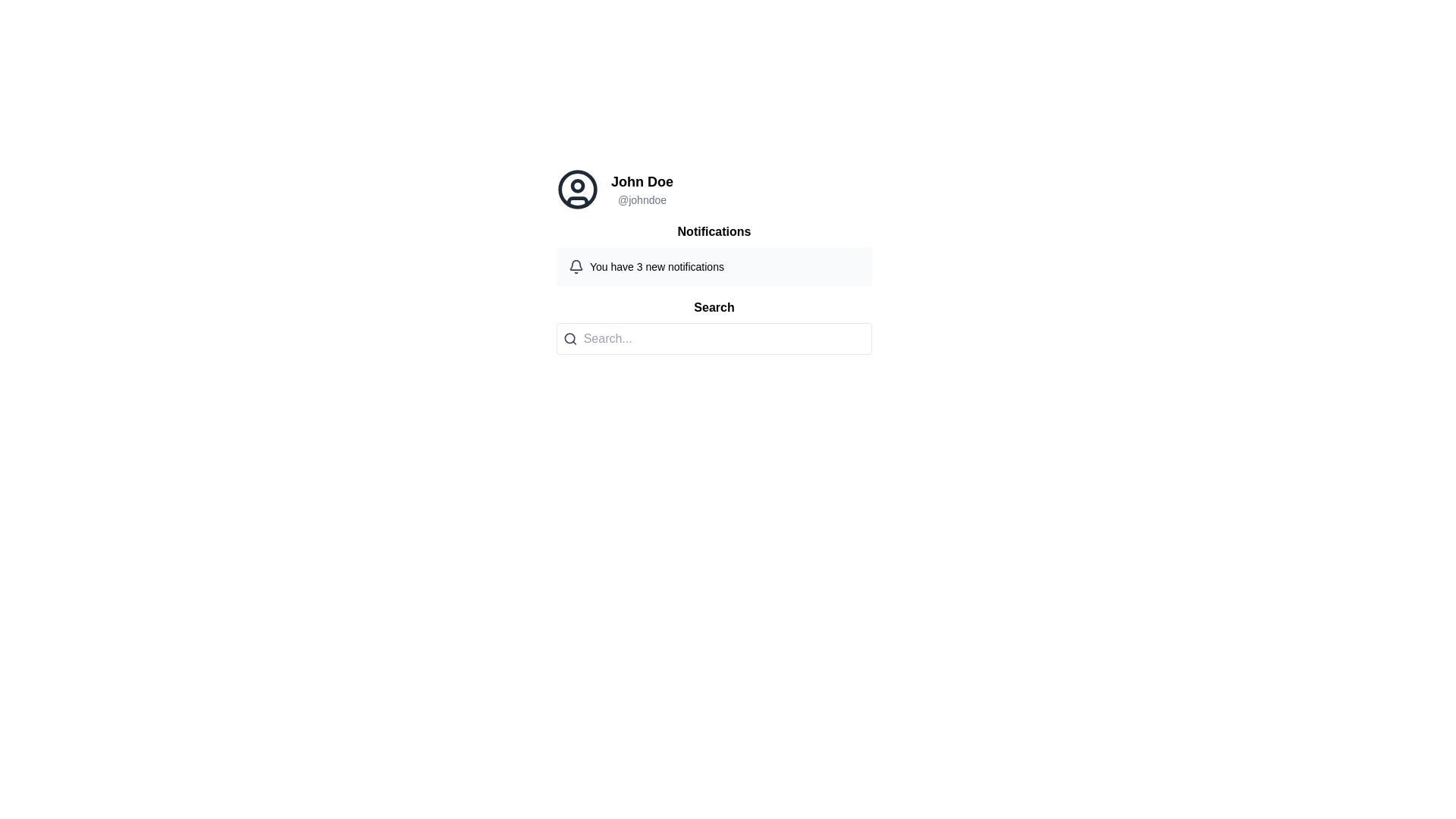 The image size is (1456, 819). What do you see at coordinates (642, 199) in the screenshot?
I see `the text label displaying the username '@johndoe', which is styled in gray color and located directly below the 'John Doe' text` at bounding box center [642, 199].